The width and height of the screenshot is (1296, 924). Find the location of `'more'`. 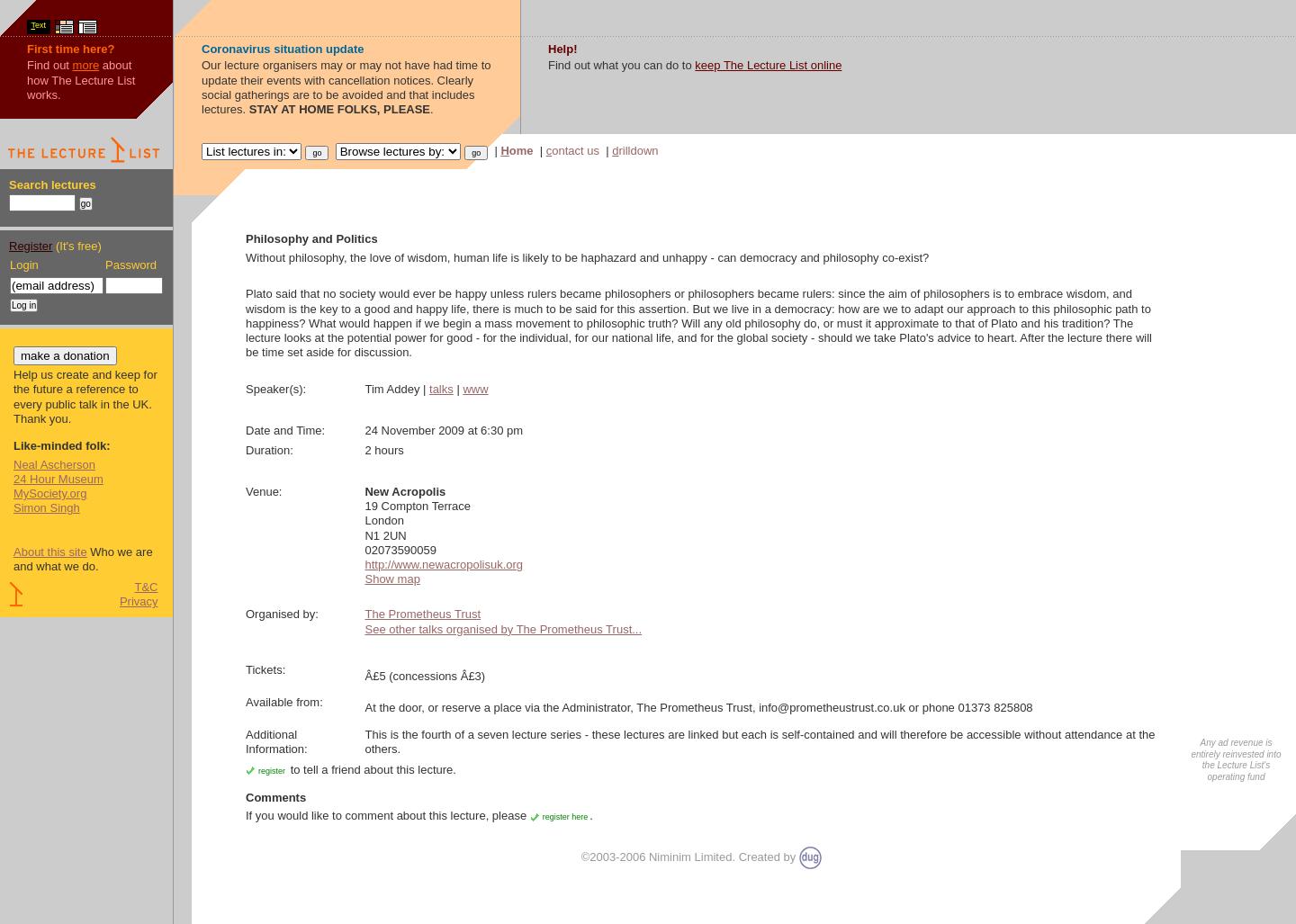

'more' is located at coordinates (85, 64).